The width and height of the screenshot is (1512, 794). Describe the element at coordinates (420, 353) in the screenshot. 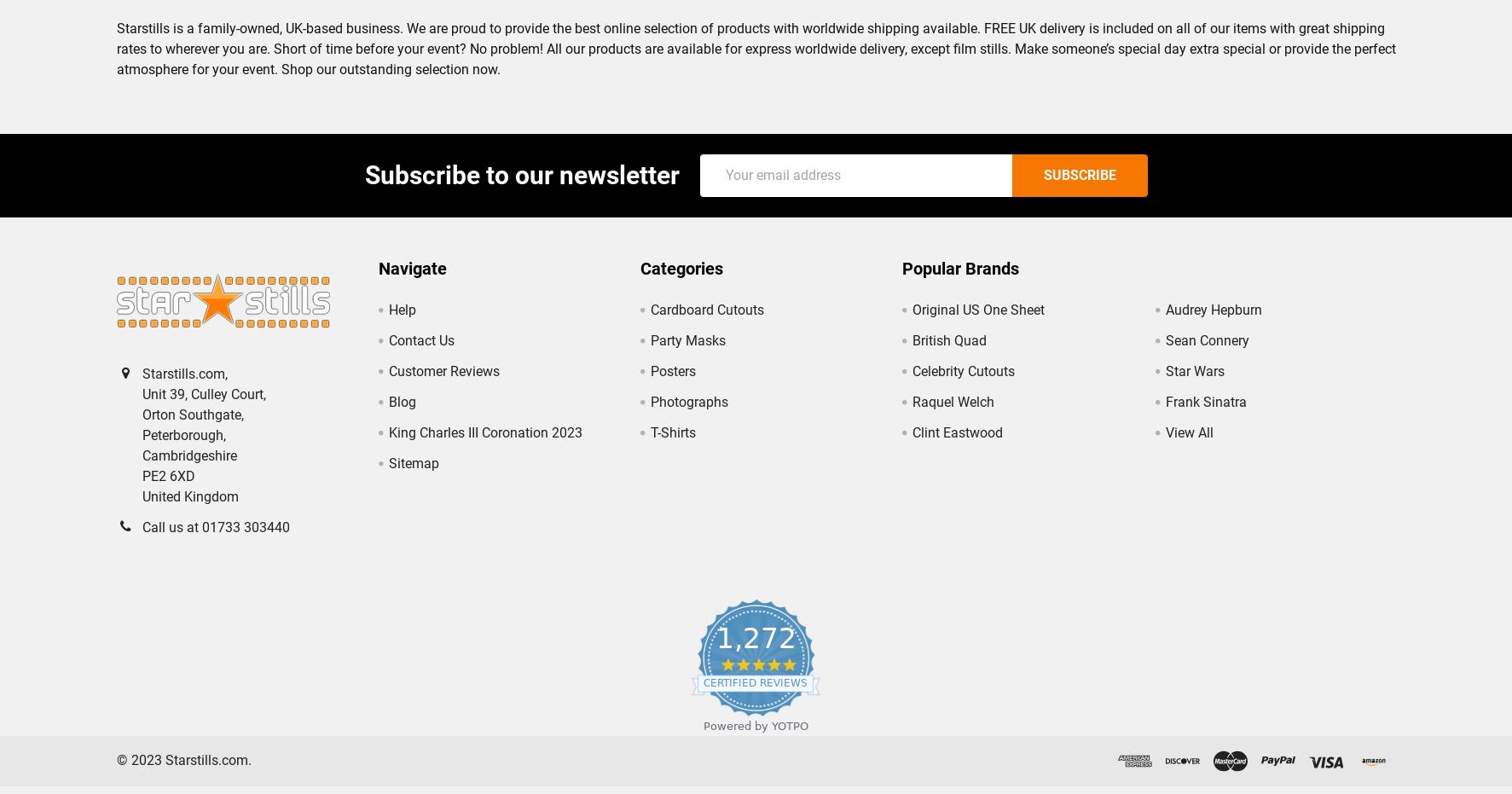

I see `'Contact Us'` at that location.